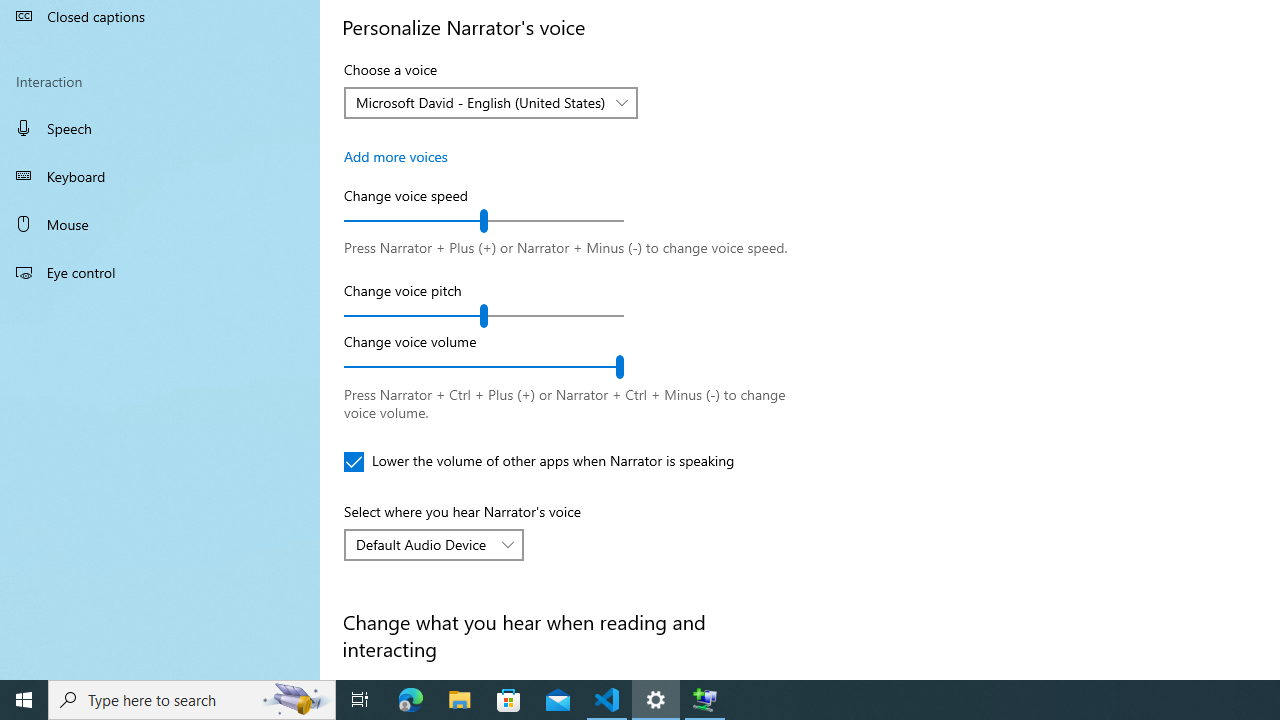 The height and width of the screenshot is (720, 1280). What do you see at coordinates (484, 367) in the screenshot?
I see `'Change voice volume'` at bounding box center [484, 367].